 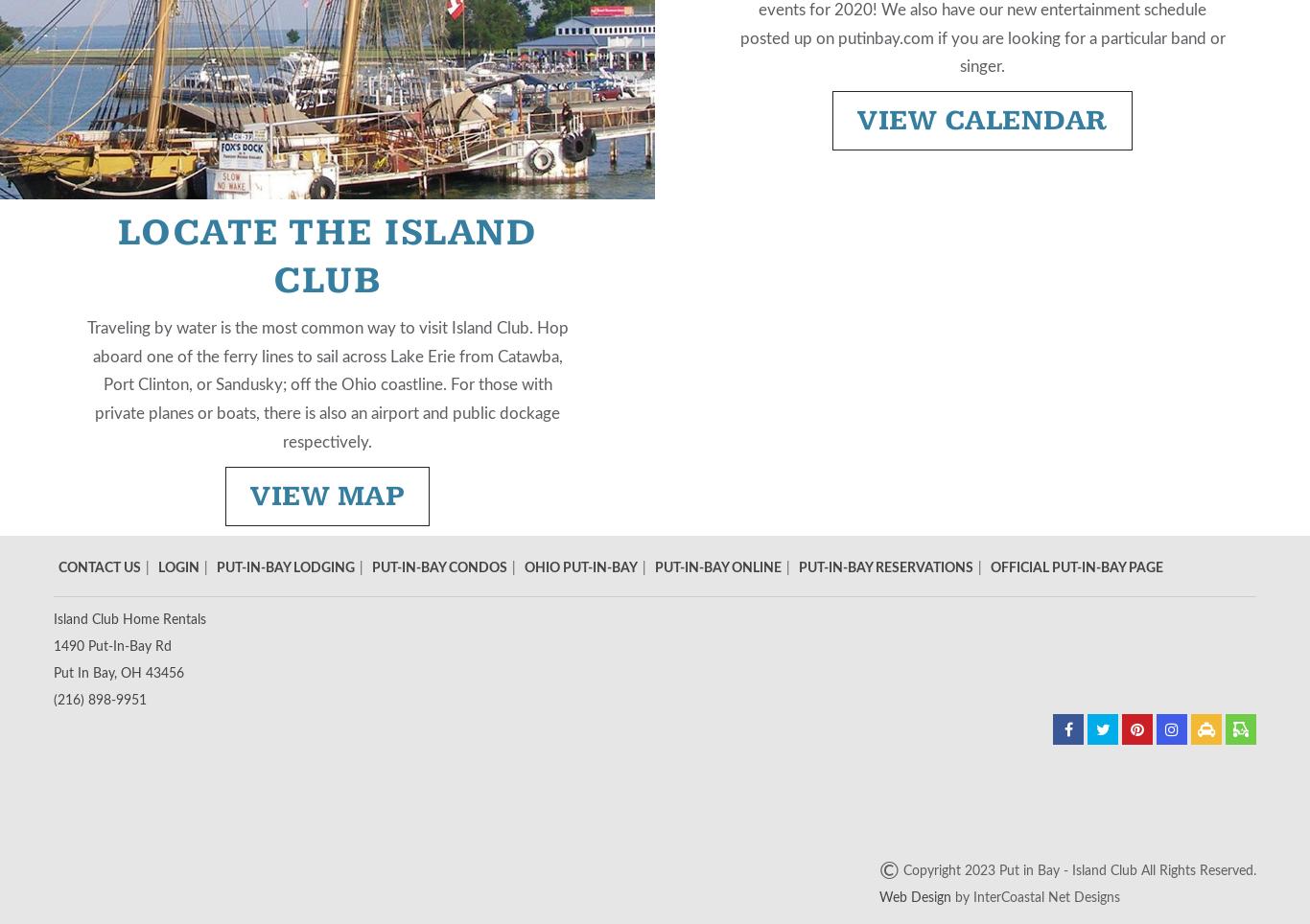 I want to click on 'Ohio Put-In-Bay', so click(x=579, y=566).